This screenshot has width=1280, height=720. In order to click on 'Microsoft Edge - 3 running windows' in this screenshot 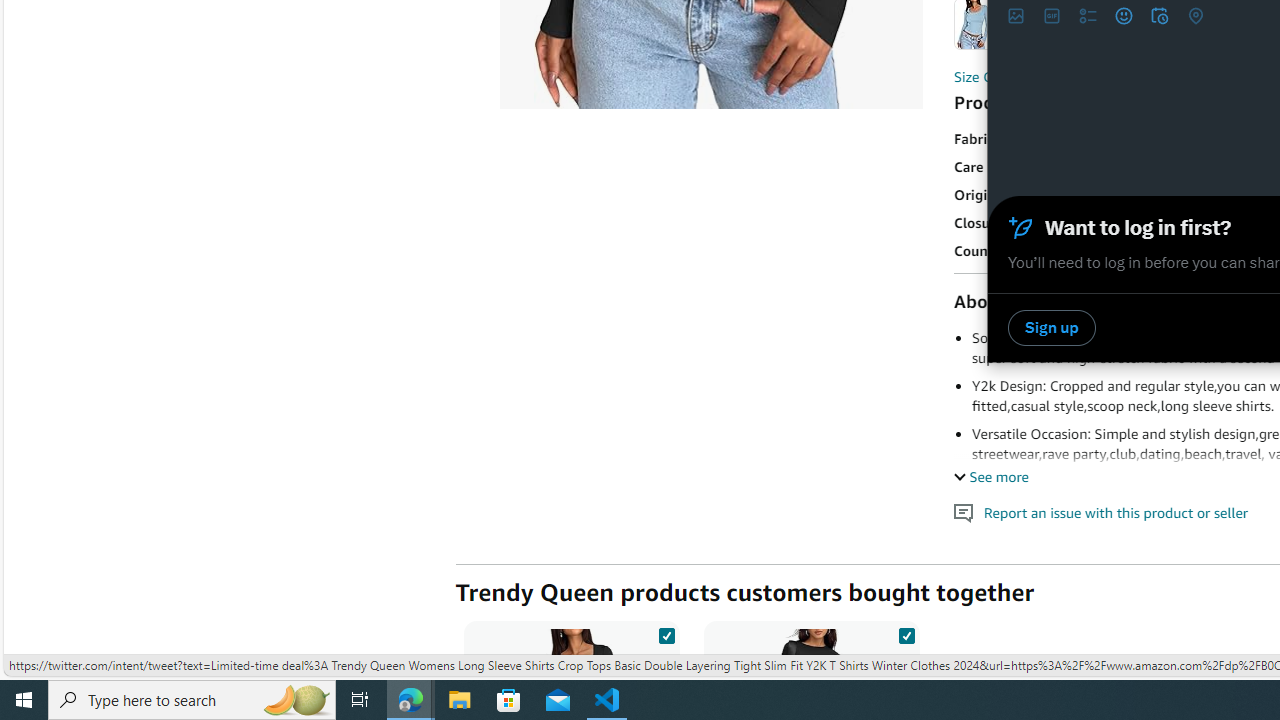, I will do `click(410, 698)`.